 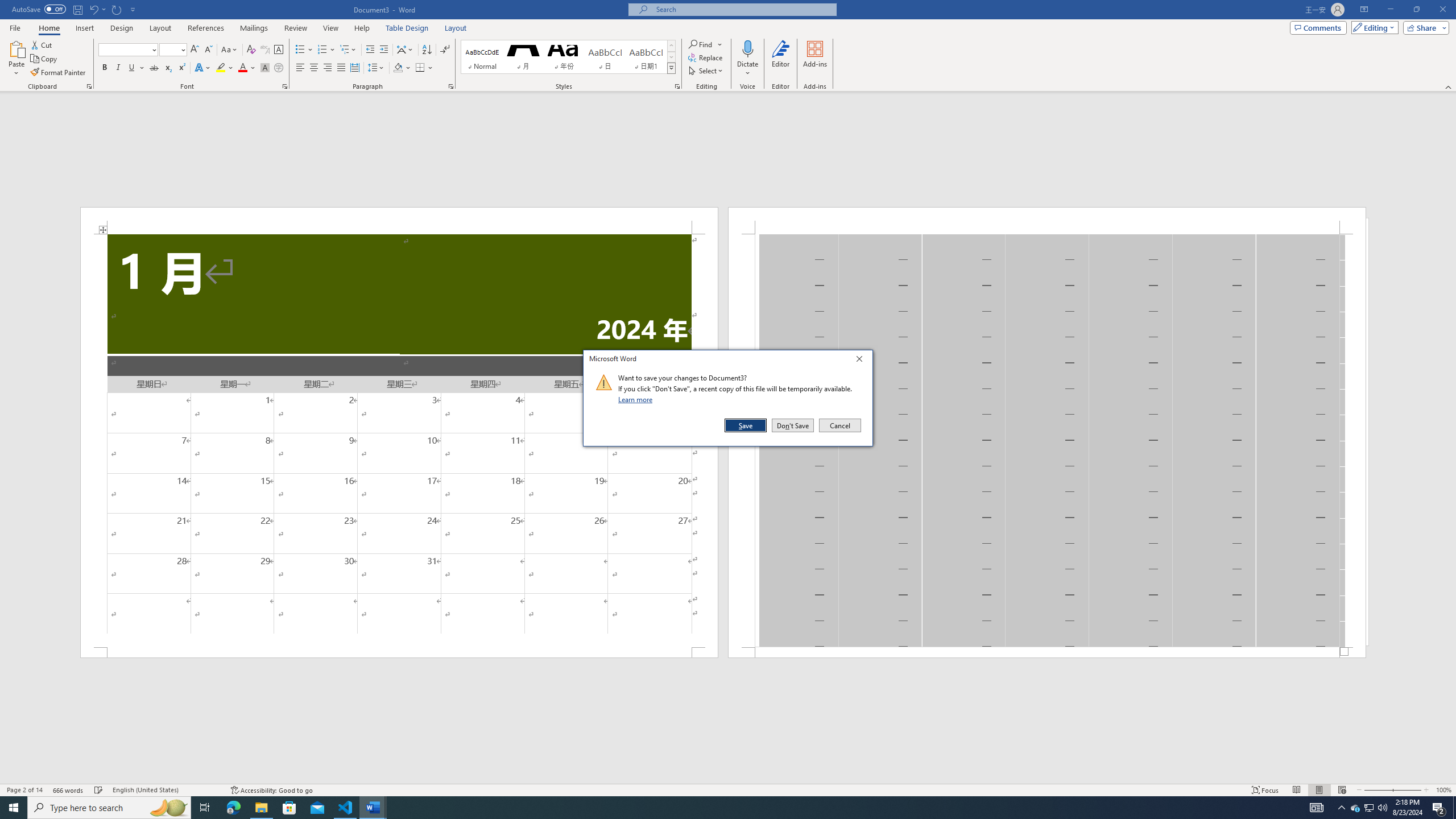 What do you see at coordinates (1389, 9) in the screenshot?
I see `'Minimize'` at bounding box center [1389, 9].